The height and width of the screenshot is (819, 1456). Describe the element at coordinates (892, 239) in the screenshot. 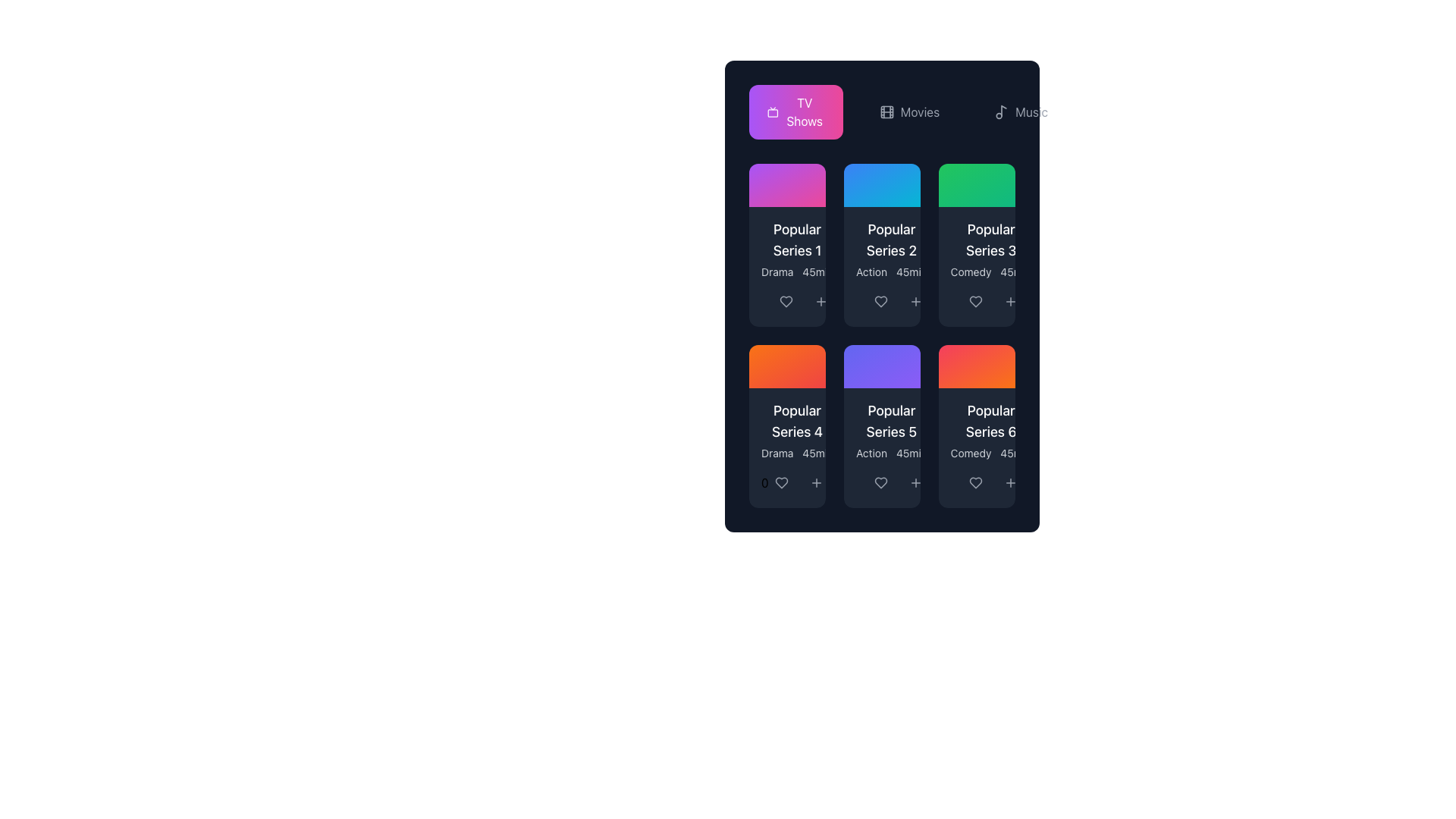

I see `heading text located in the second column of the grid layout, which serves as a title for the associated content, positioned below a blue header box and above the smaller text label 'Action 45min'` at that location.